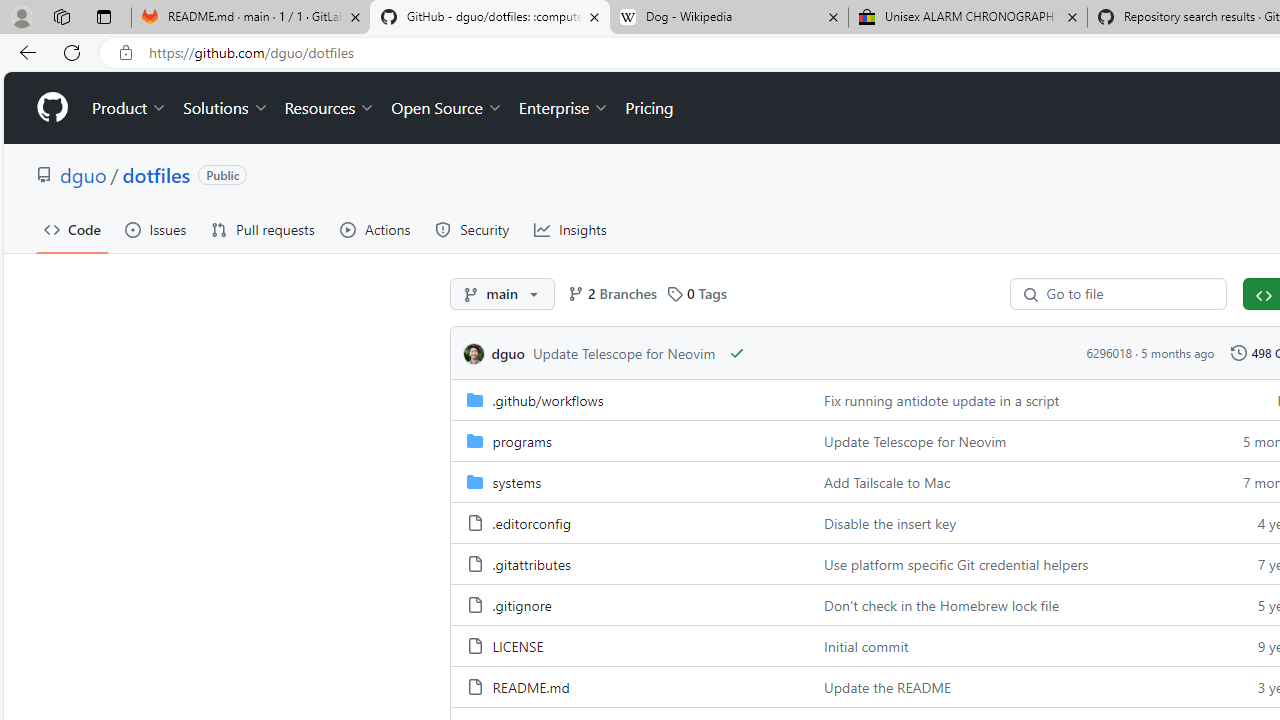  What do you see at coordinates (262, 229) in the screenshot?
I see `'Pull requests'` at bounding box center [262, 229].